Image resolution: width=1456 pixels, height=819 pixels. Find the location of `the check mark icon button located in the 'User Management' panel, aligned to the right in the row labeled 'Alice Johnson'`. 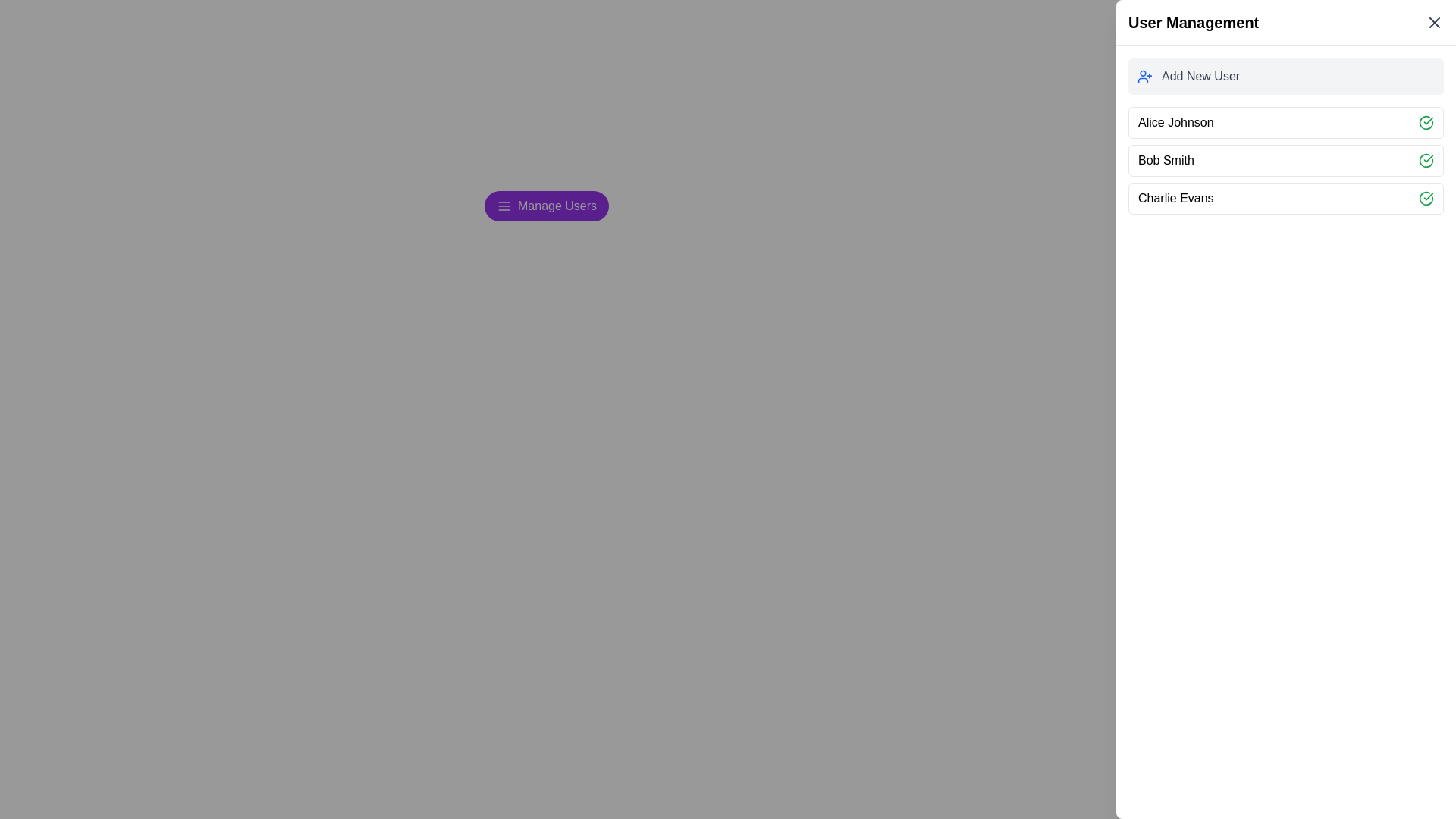

the check mark icon button located in the 'User Management' panel, aligned to the right in the row labeled 'Alice Johnson' is located at coordinates (1426, 122).